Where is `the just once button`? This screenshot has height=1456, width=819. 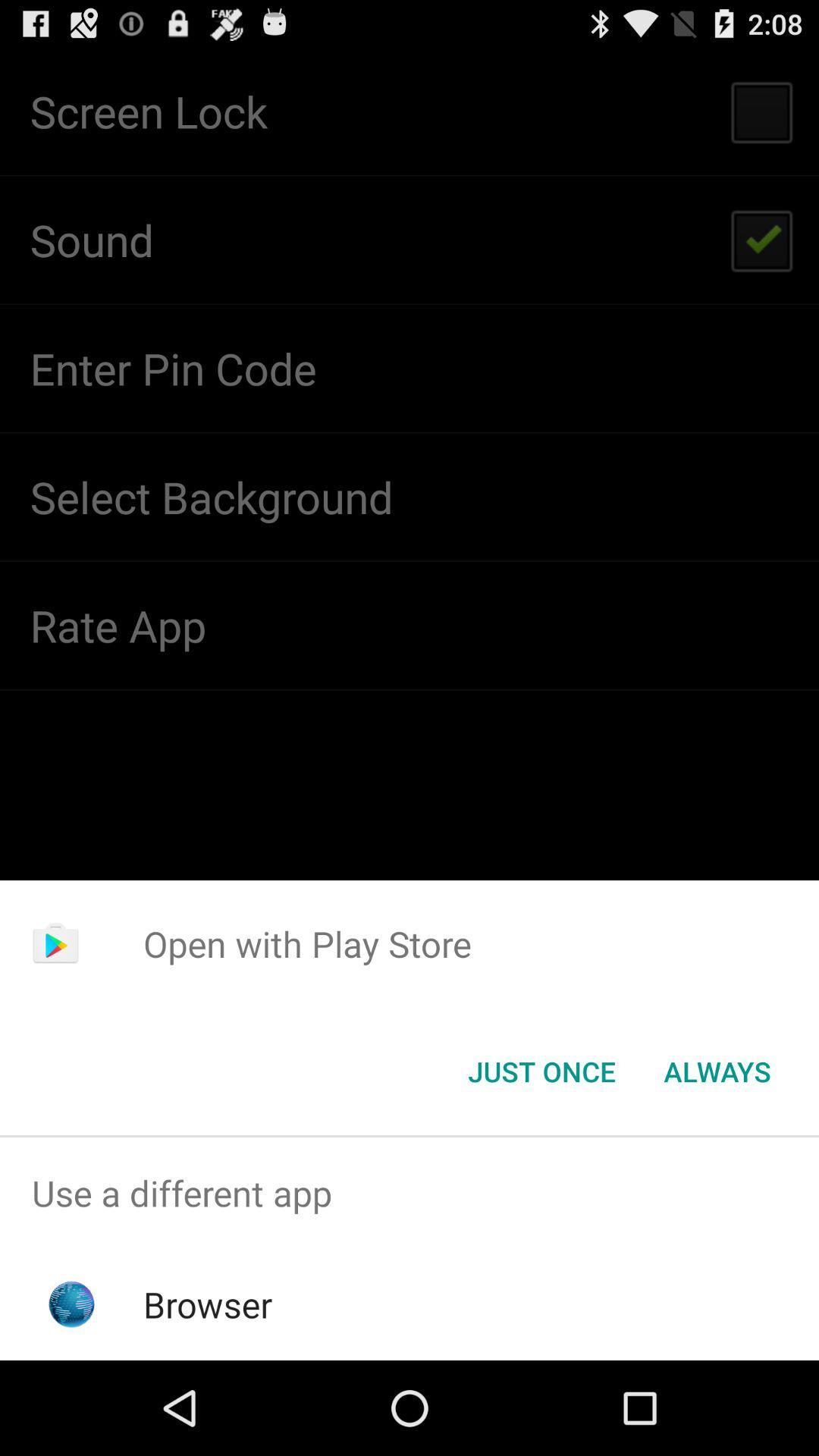
the just once button is located at coordinates (541, 1070).